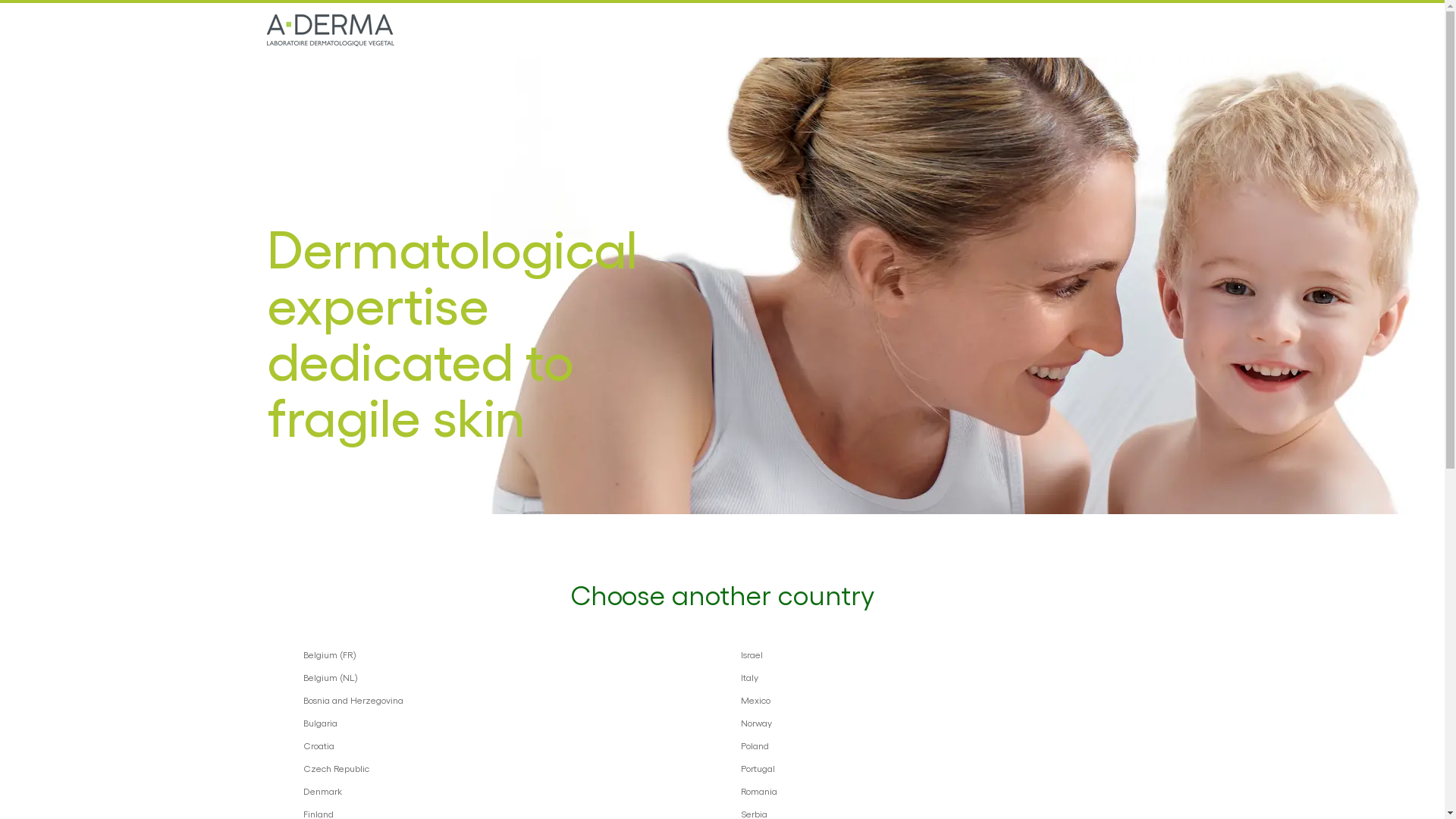 The image size is (1456, 819). Describe the element at coordinates (940, 654) in the screenshot. I see `'Israel'` at that location.